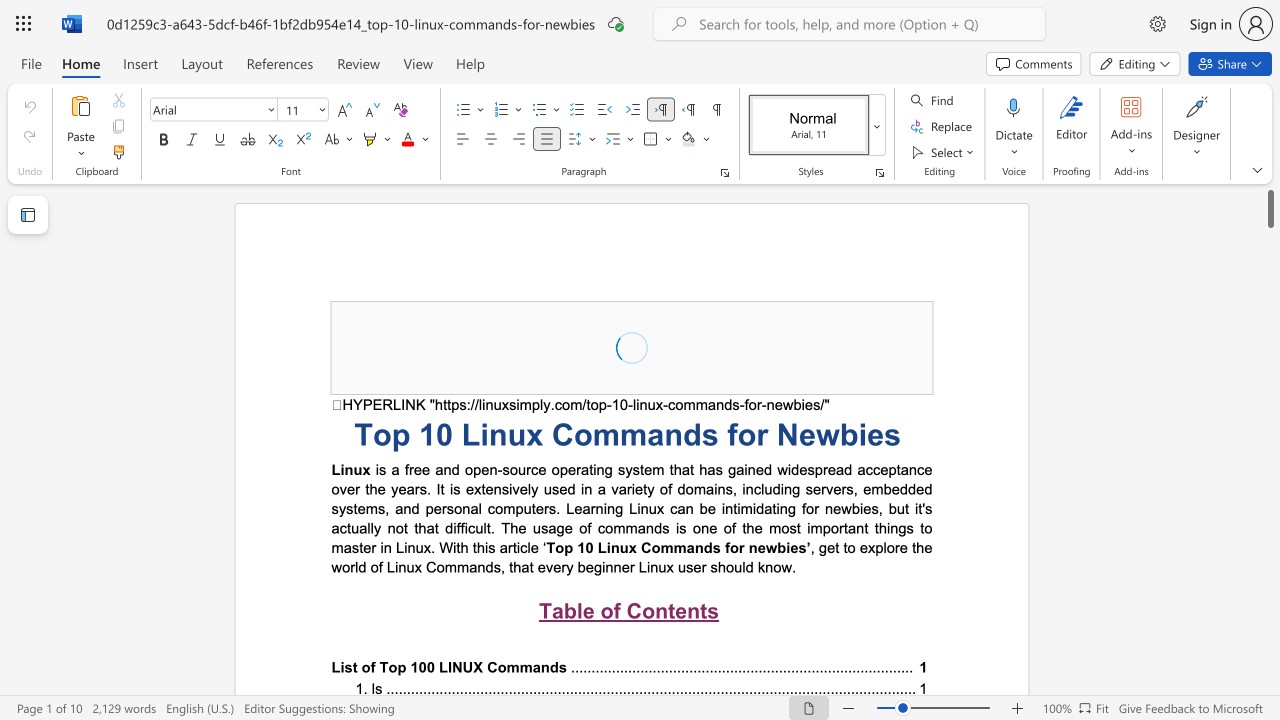 The width and height of the screenshot is (1280, 720). What do you see at coordinates (1269, 650) in the screenshot?
I see `the scrollbar on the right to shift the page lower` at bounding box center [1269, 650].